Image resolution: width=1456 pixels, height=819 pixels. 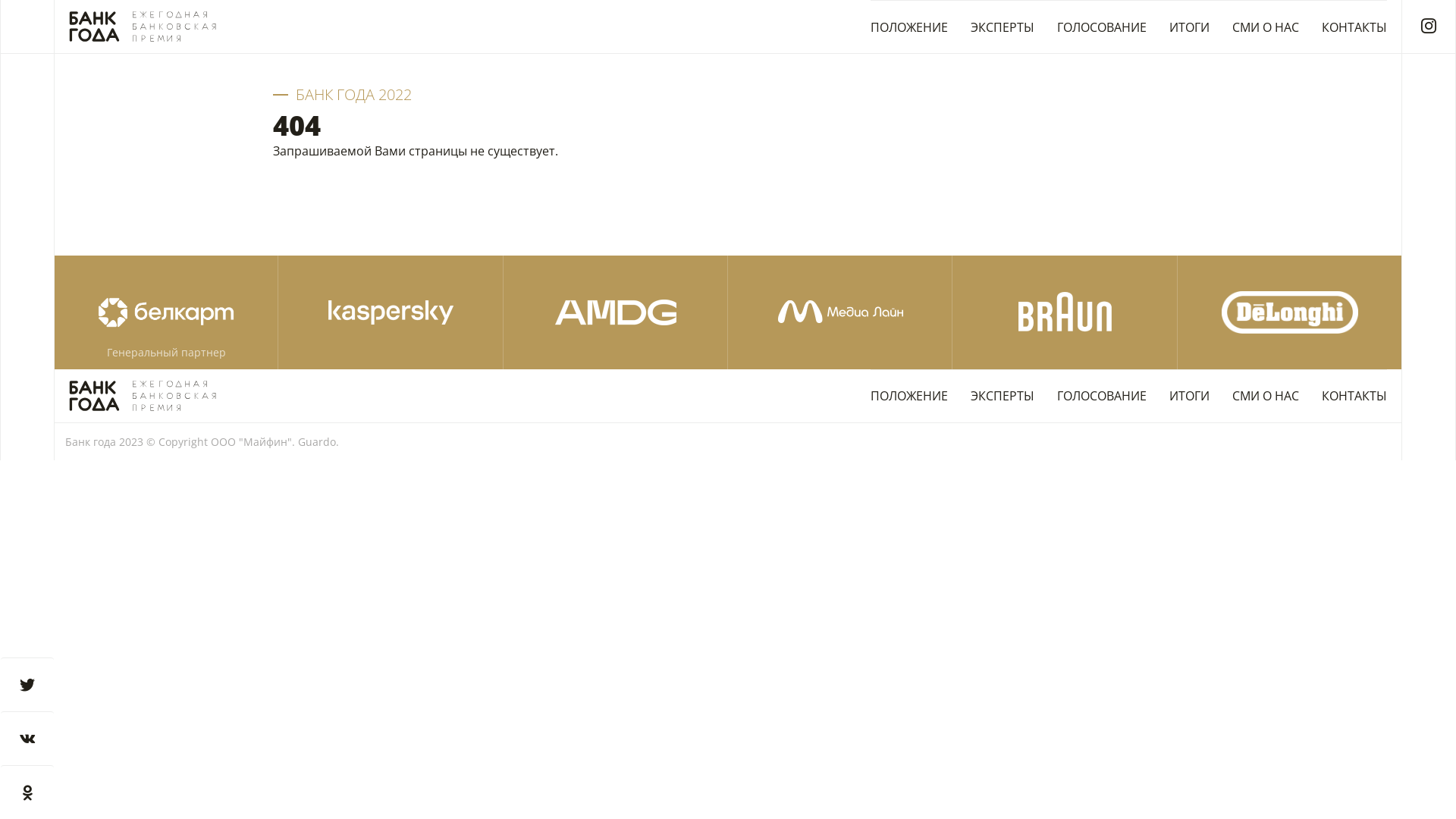 What do you see at coordinates (27, 684) in the screenshot?
I see `'Twitter'` at bounding box center [27, 684].